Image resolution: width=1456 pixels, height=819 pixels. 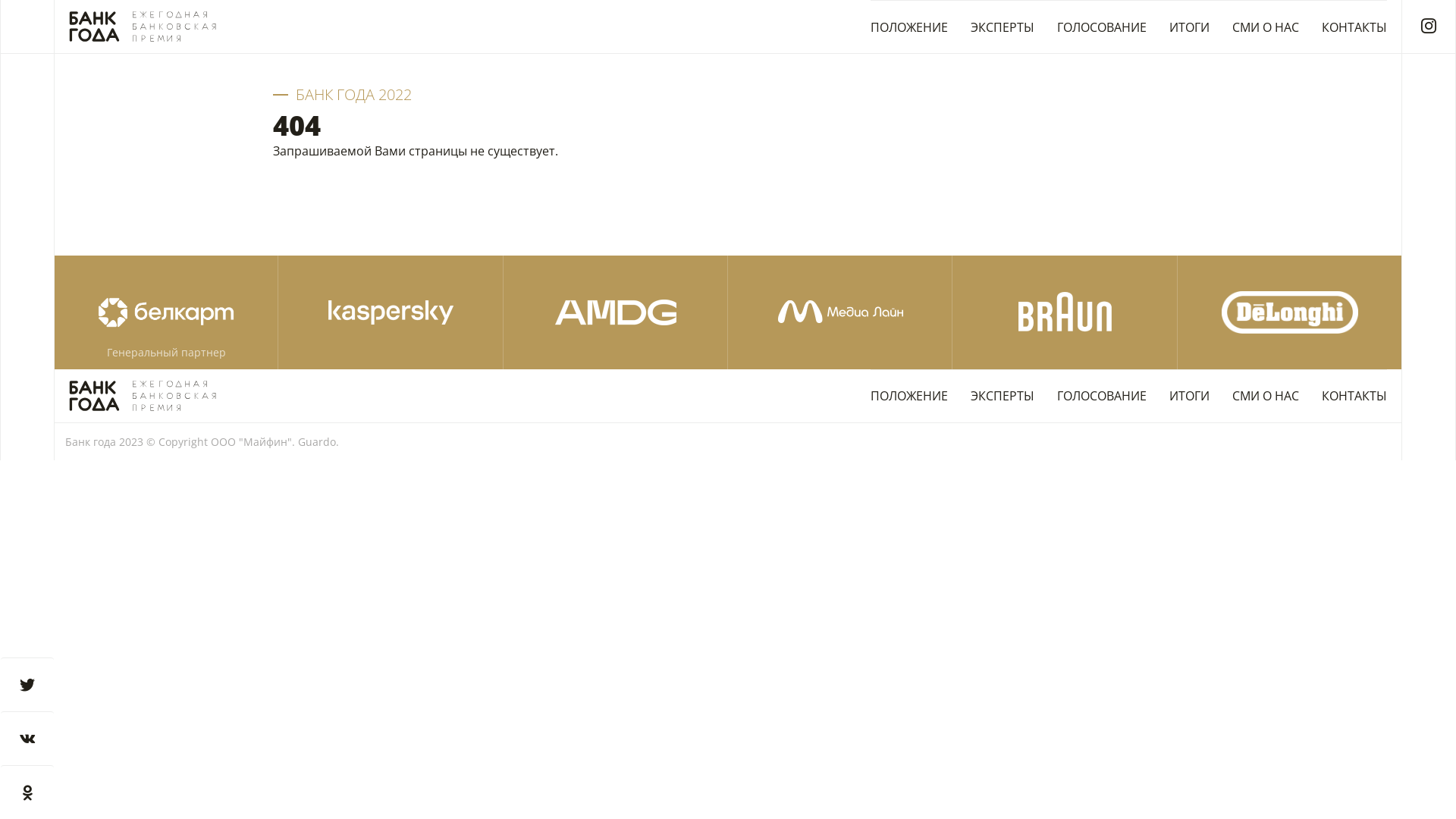 What do you see at coordinates (27, 684) in the screenshot?
I see `'Twitter'` at bounding box center [27, 684].